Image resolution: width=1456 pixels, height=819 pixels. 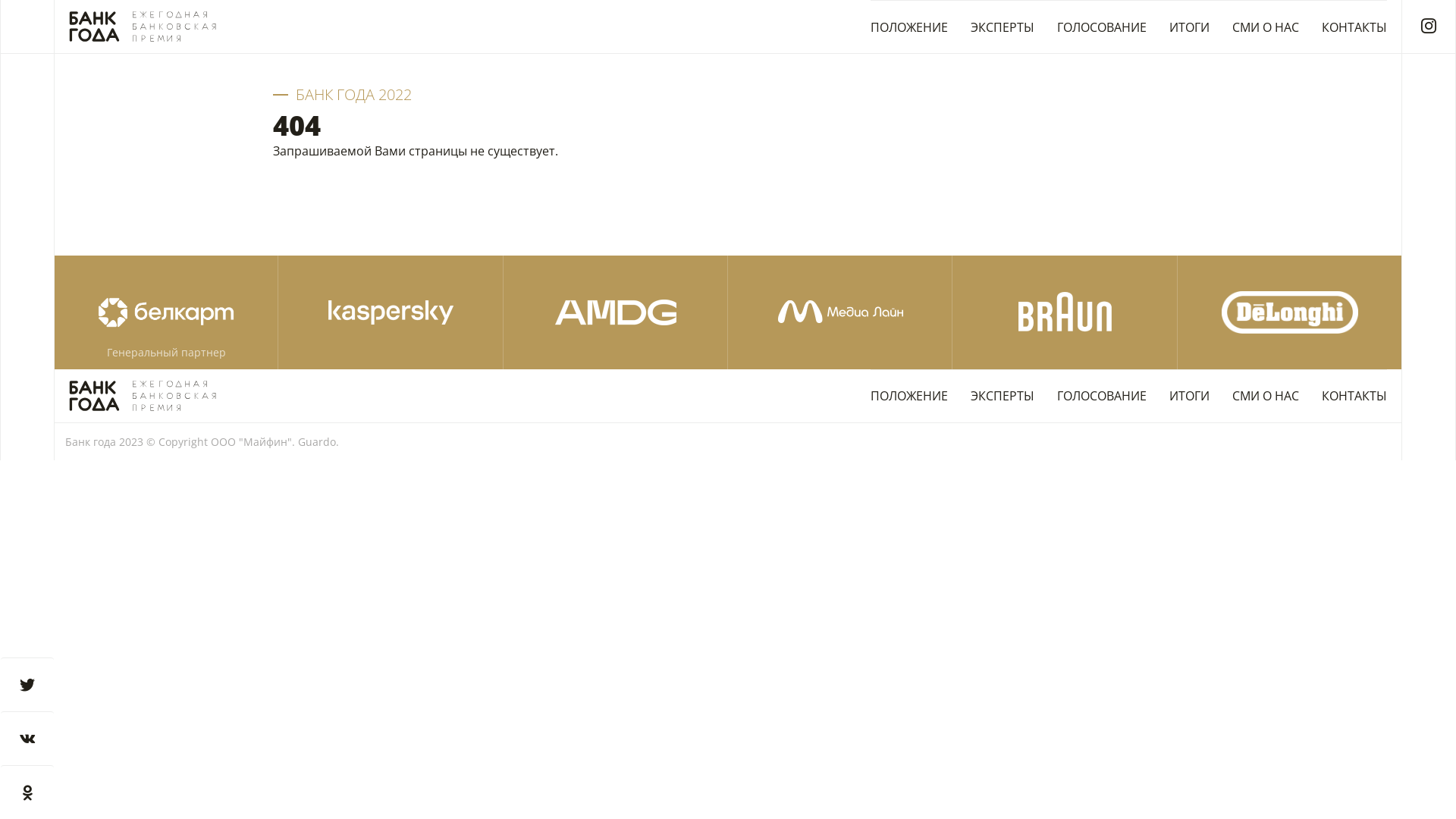 What do you see at coordinates (27, 684) in the screenshot?
I see `'Twitter'` at bounding box center [27, 684].